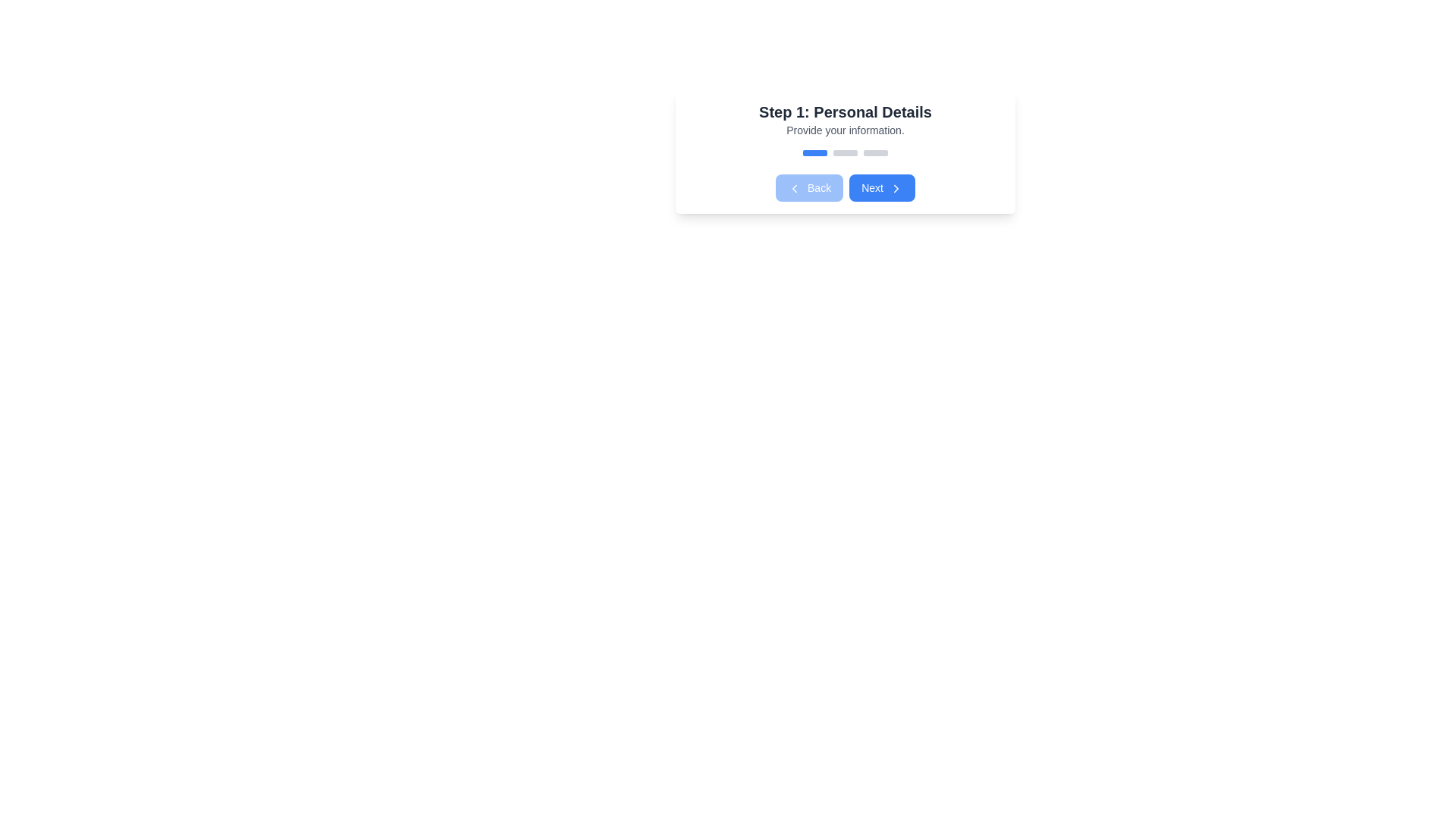 The image size is (1456, 819). I want to click on the third rectangle in the progress bar step indicator representing the last step of the multi-step process, which is currently inactive and styled in gray, so click(876, 152).